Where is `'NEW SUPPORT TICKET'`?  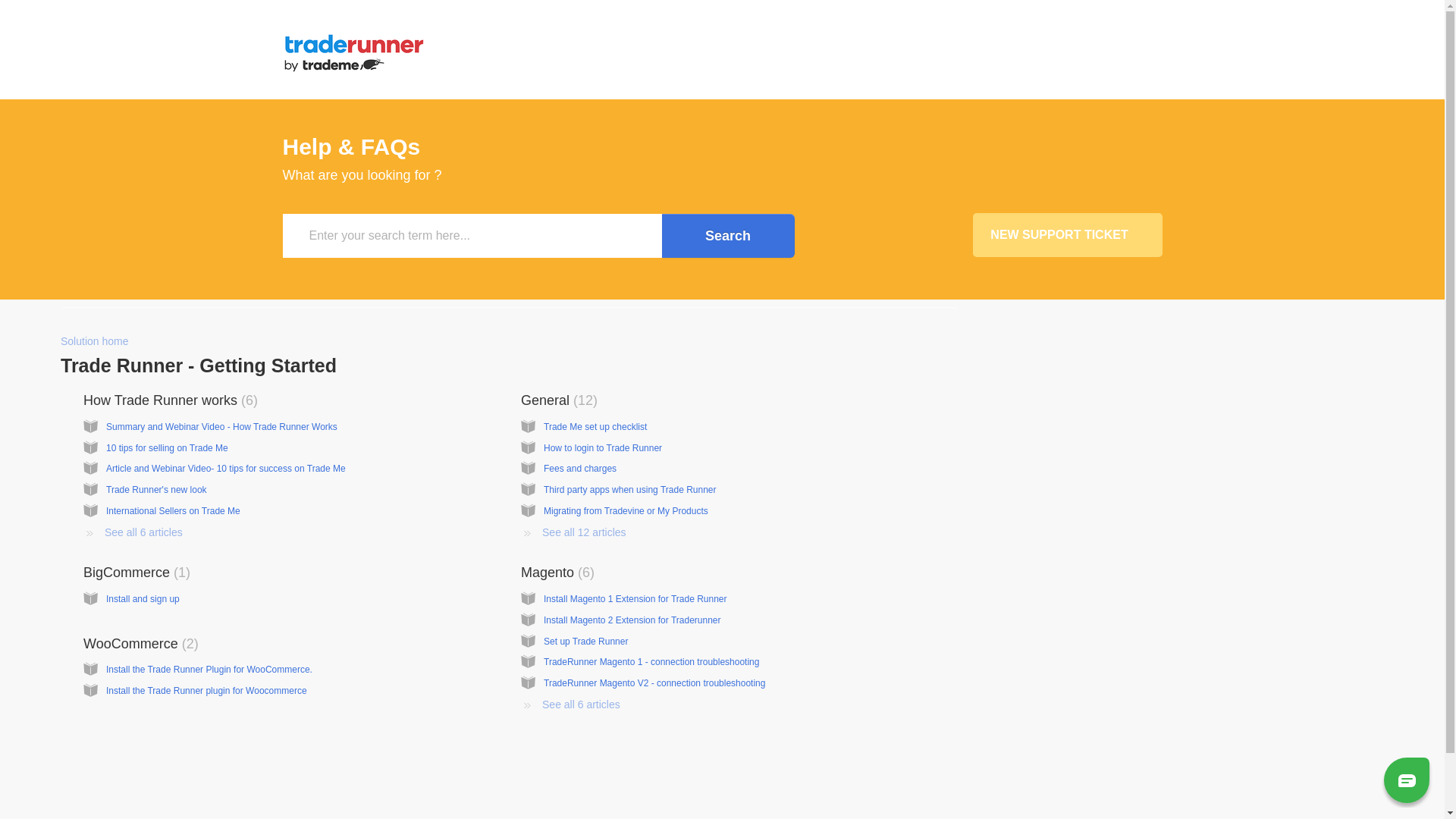
'NEW SUPPORT TICKET' is located at coordinates (1065, 234).